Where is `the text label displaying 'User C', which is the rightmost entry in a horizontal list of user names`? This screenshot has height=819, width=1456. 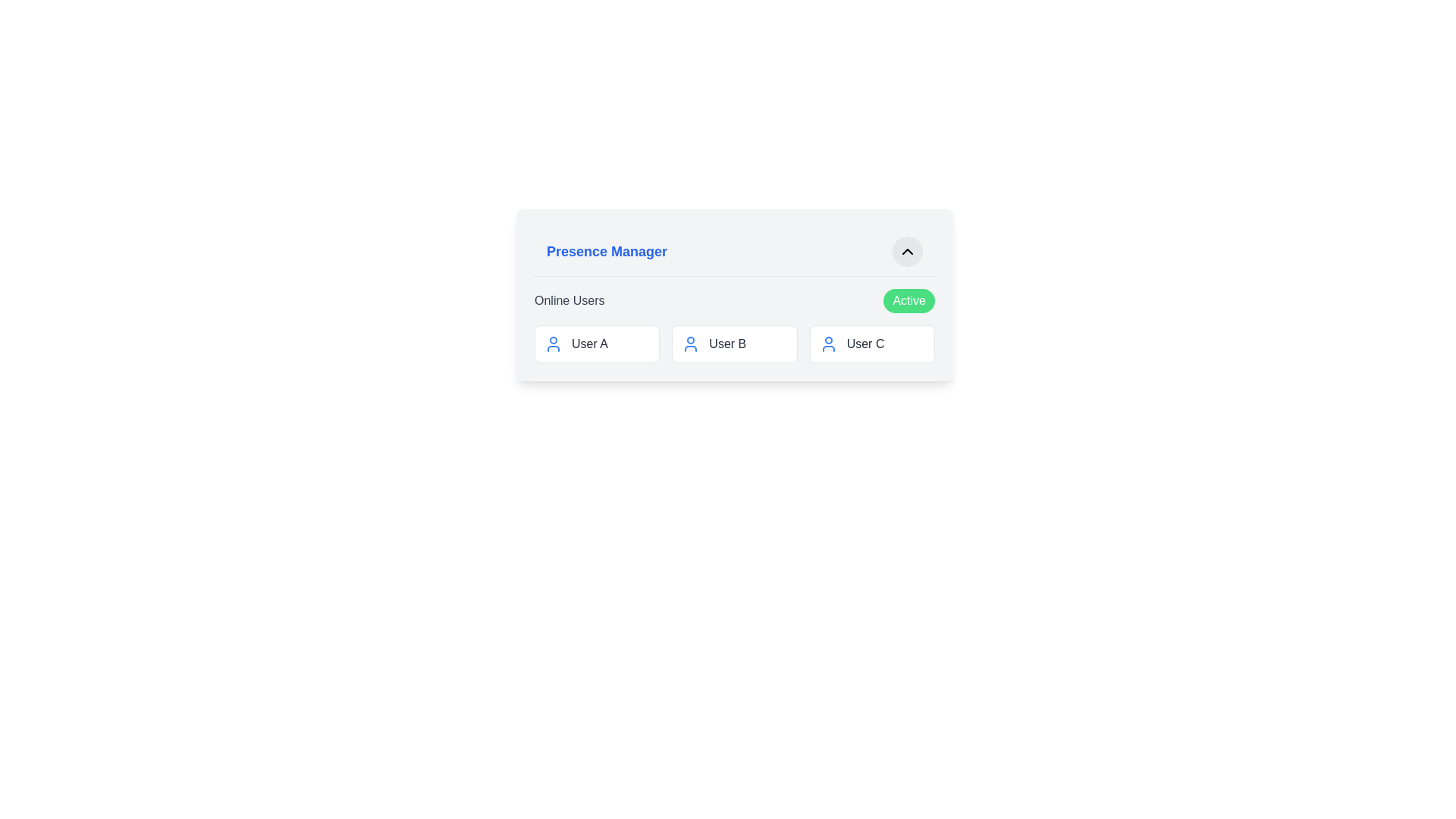 the text label displaying 'User C', which is the rightmost entry in a horizontal list of user names is located at coordinates (865, 344).